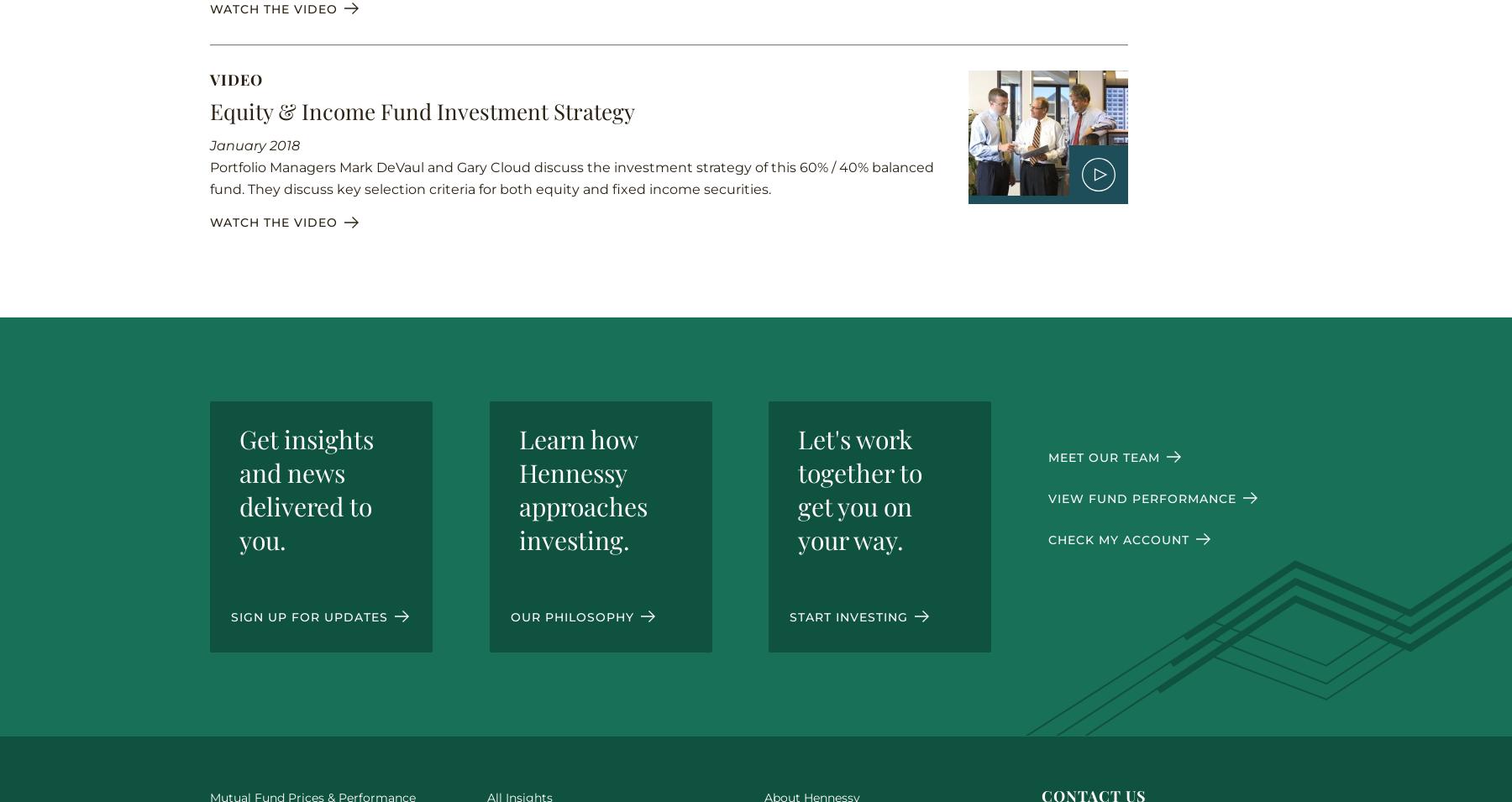  What do you see at coordinates (421, 109) in the screenshot?
I see `'Equity & Income Fund Investment Strategy'` at bounding box center [421, 109].